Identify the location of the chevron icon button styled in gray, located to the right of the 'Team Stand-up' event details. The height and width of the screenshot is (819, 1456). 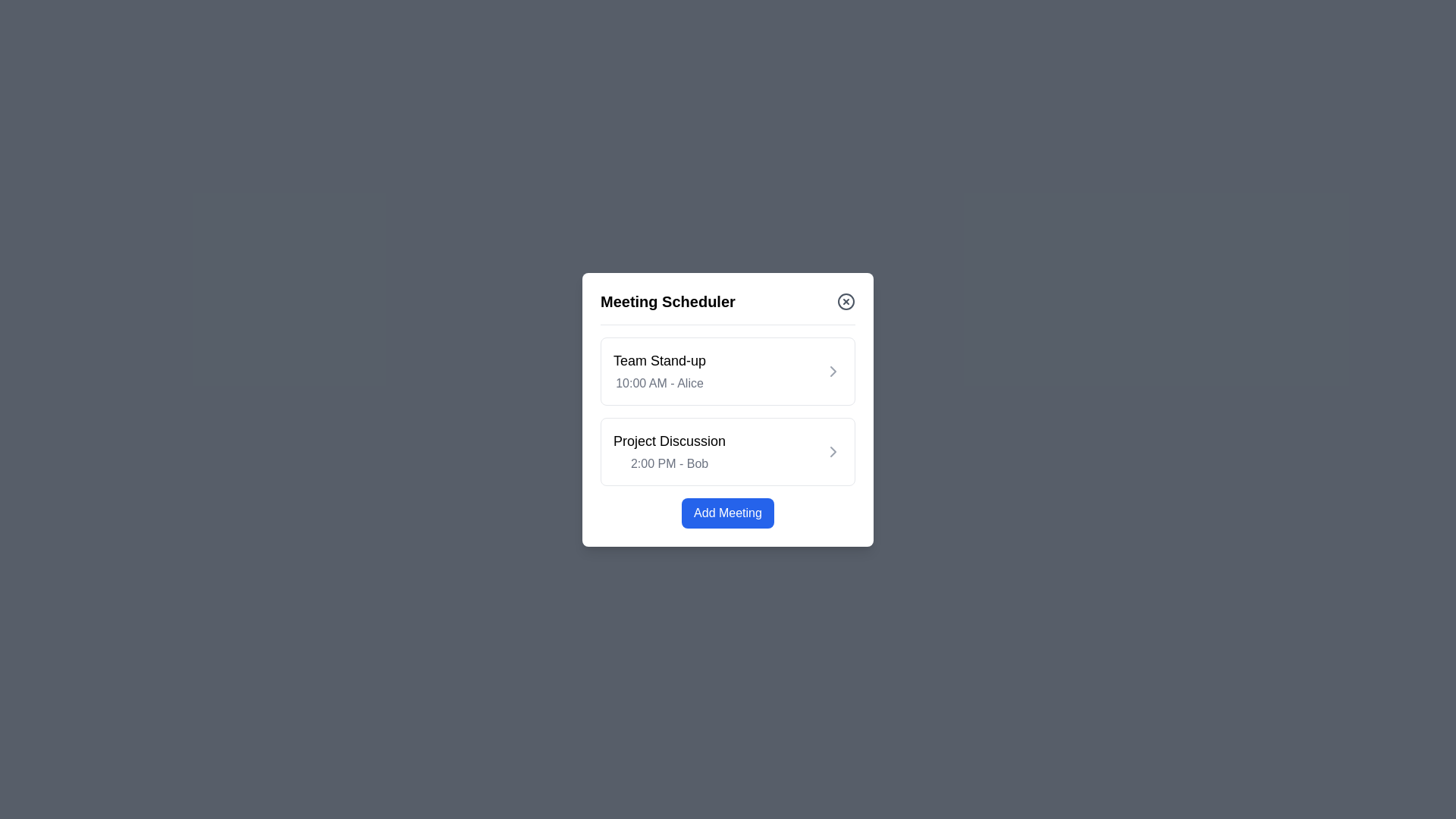
(833, 371).